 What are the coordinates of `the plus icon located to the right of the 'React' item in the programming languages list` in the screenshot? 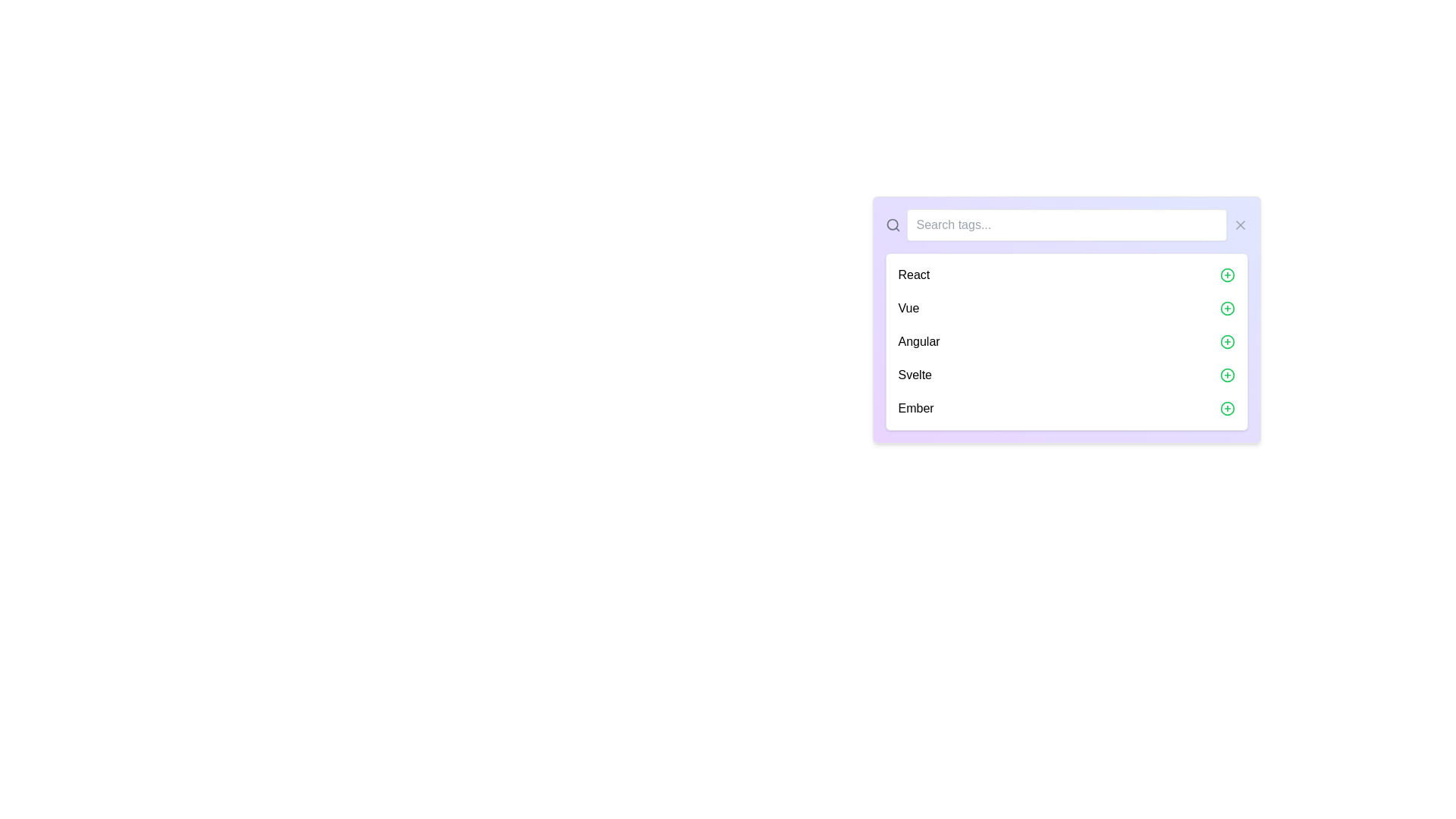 It's located at (1227, 275).